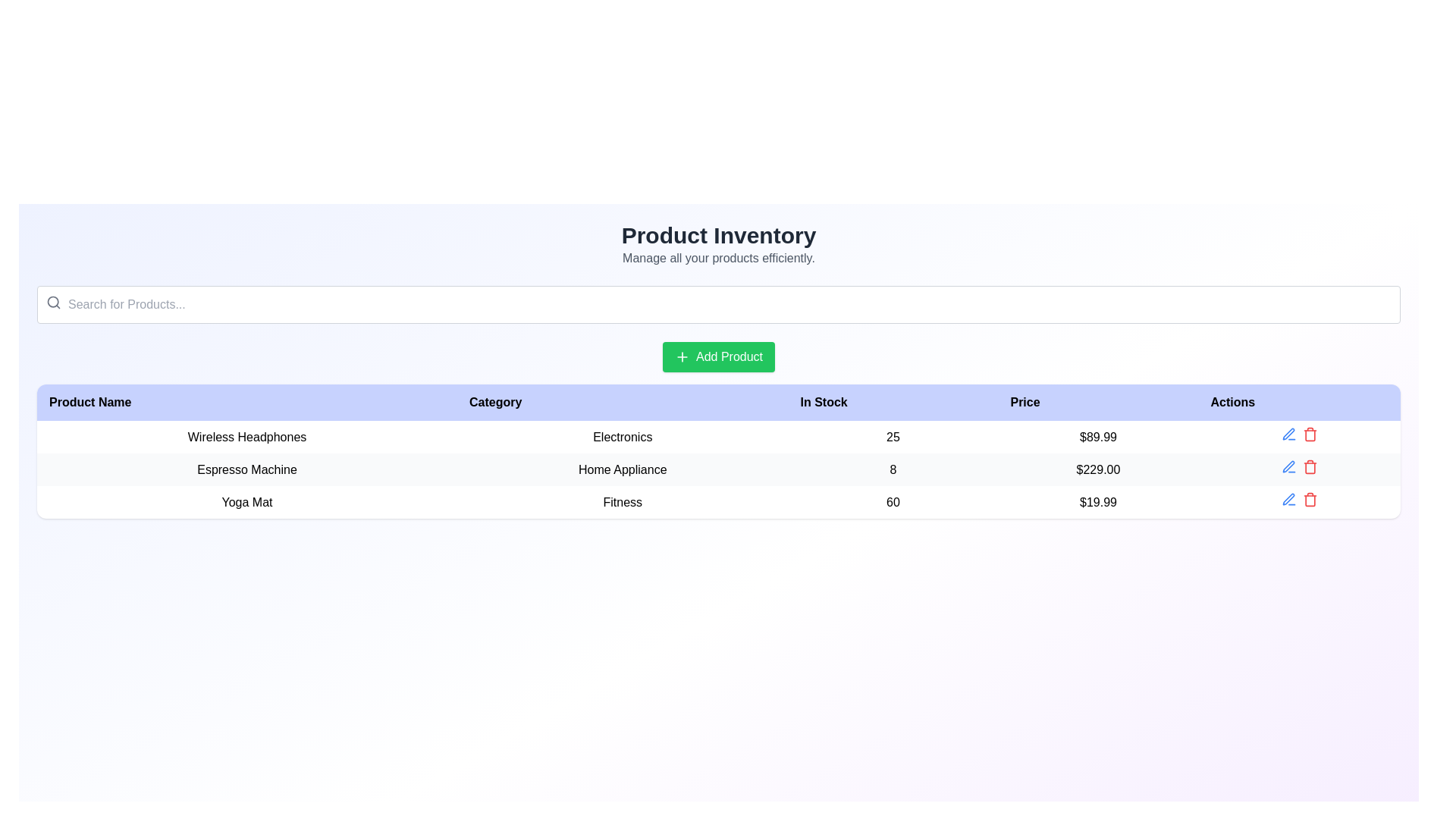 The width and height of the screenshot is (1456, 819). What do you see at coordinates (893, 502) in the screenshot?
I see `the Static Text displaying '60' in the 'In Stock' column of the 'Product Inventory' table, which is located in the third row adjacent to 'Yoga Mat'` at bounding box center [893, 502].